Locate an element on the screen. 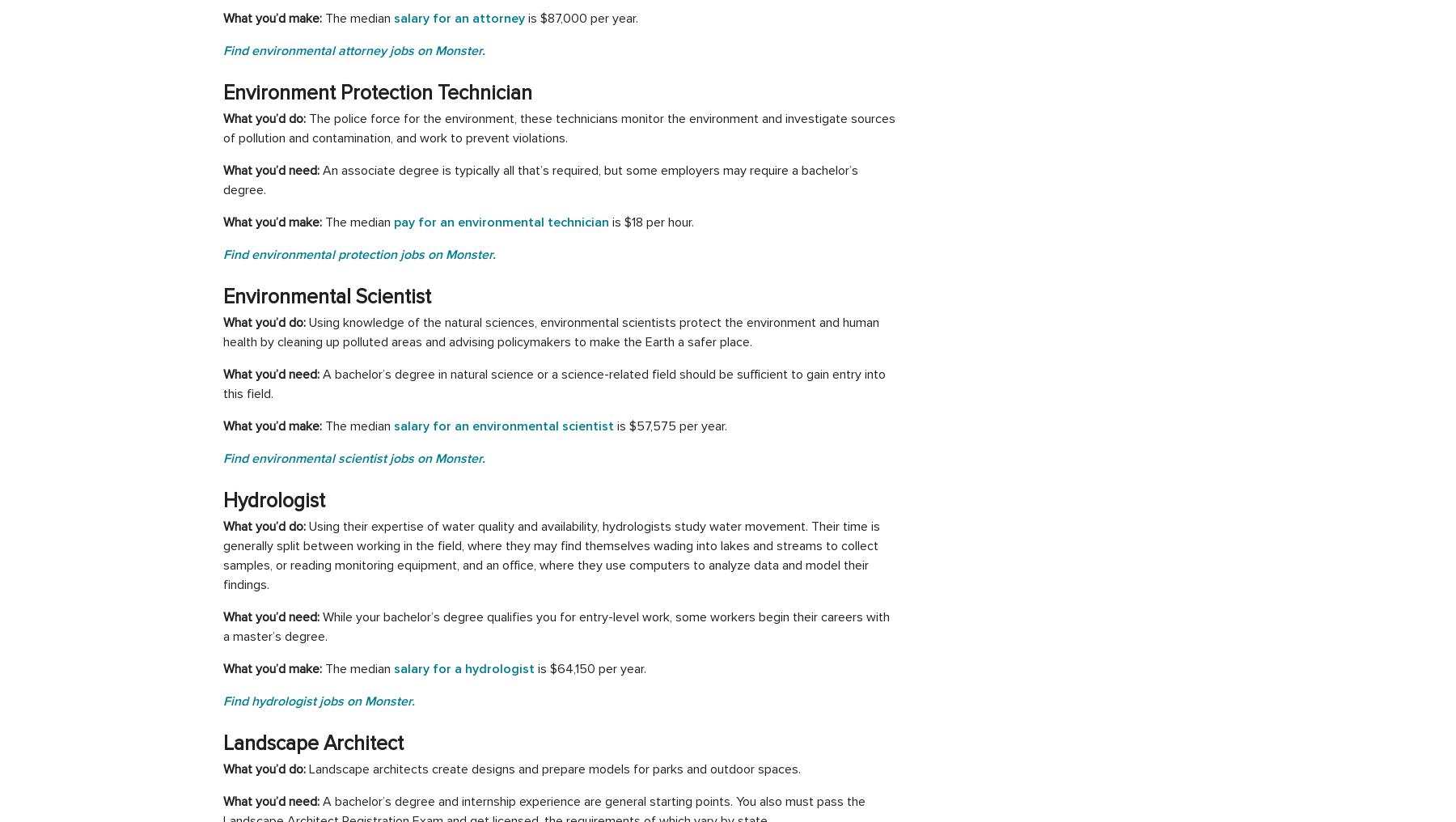  'While your bachelor’s degree qualifies you for entry-level work, some workers begin their careers with a master’s degree.' is located at coordinates (555, 626).